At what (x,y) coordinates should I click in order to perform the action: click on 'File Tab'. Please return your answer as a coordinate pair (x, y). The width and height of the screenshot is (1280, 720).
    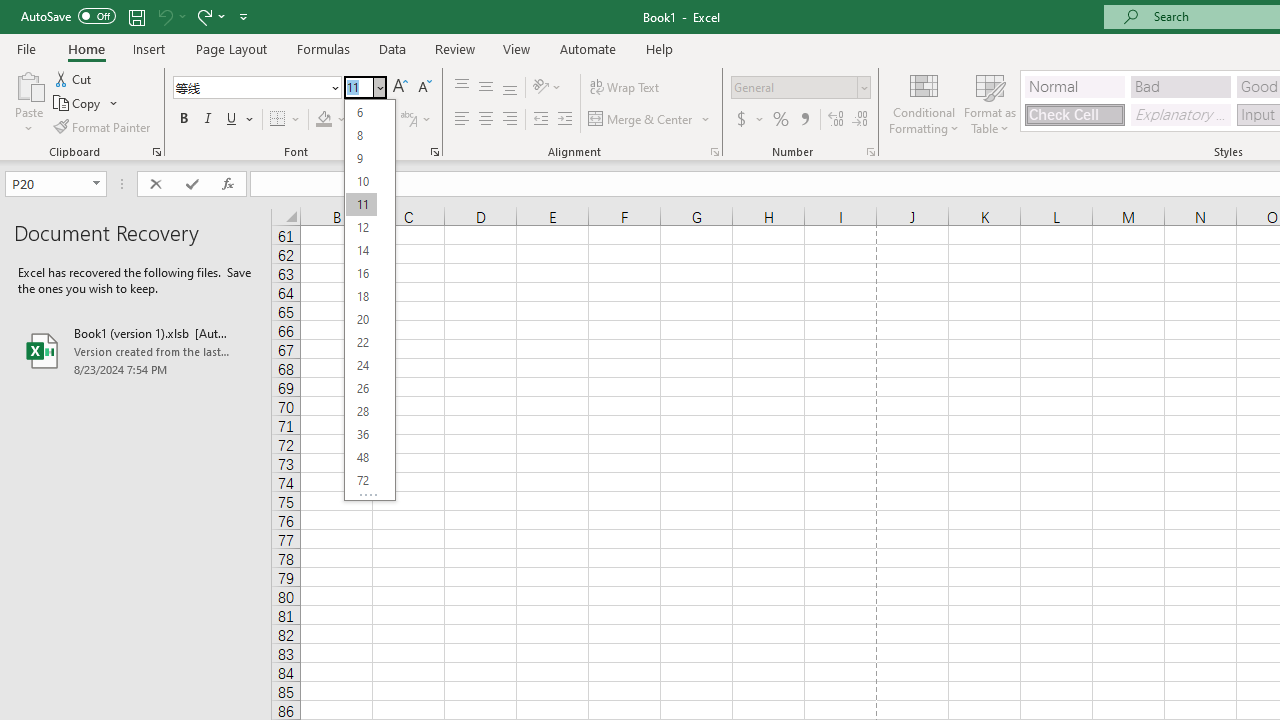
    Looking at the image, I should click on (26, 47).